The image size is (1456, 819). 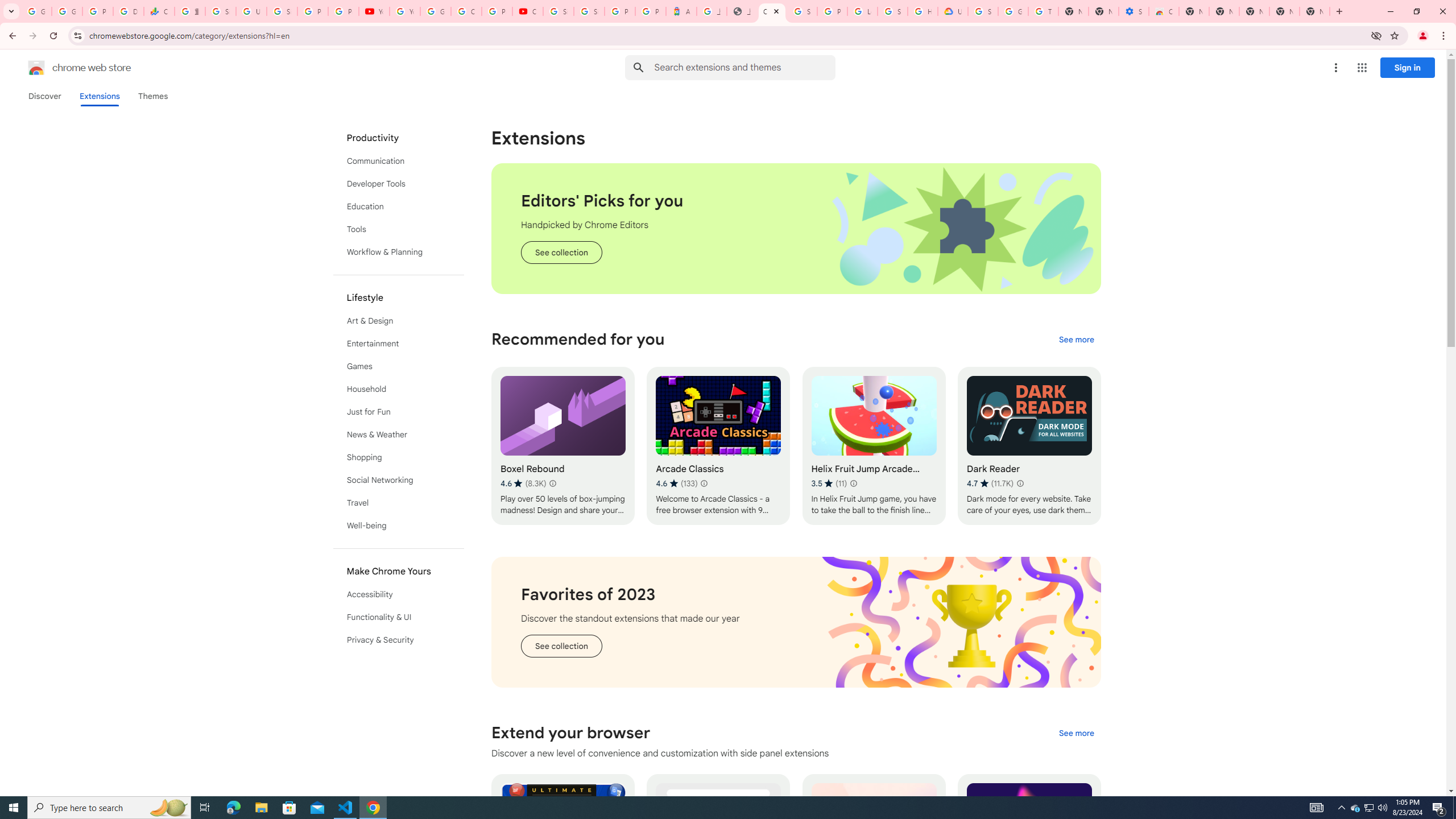 What do you see at coordinates (399, 594) in the screenshot?
I see `'Accessibility'` at bounding box center [399, 594].